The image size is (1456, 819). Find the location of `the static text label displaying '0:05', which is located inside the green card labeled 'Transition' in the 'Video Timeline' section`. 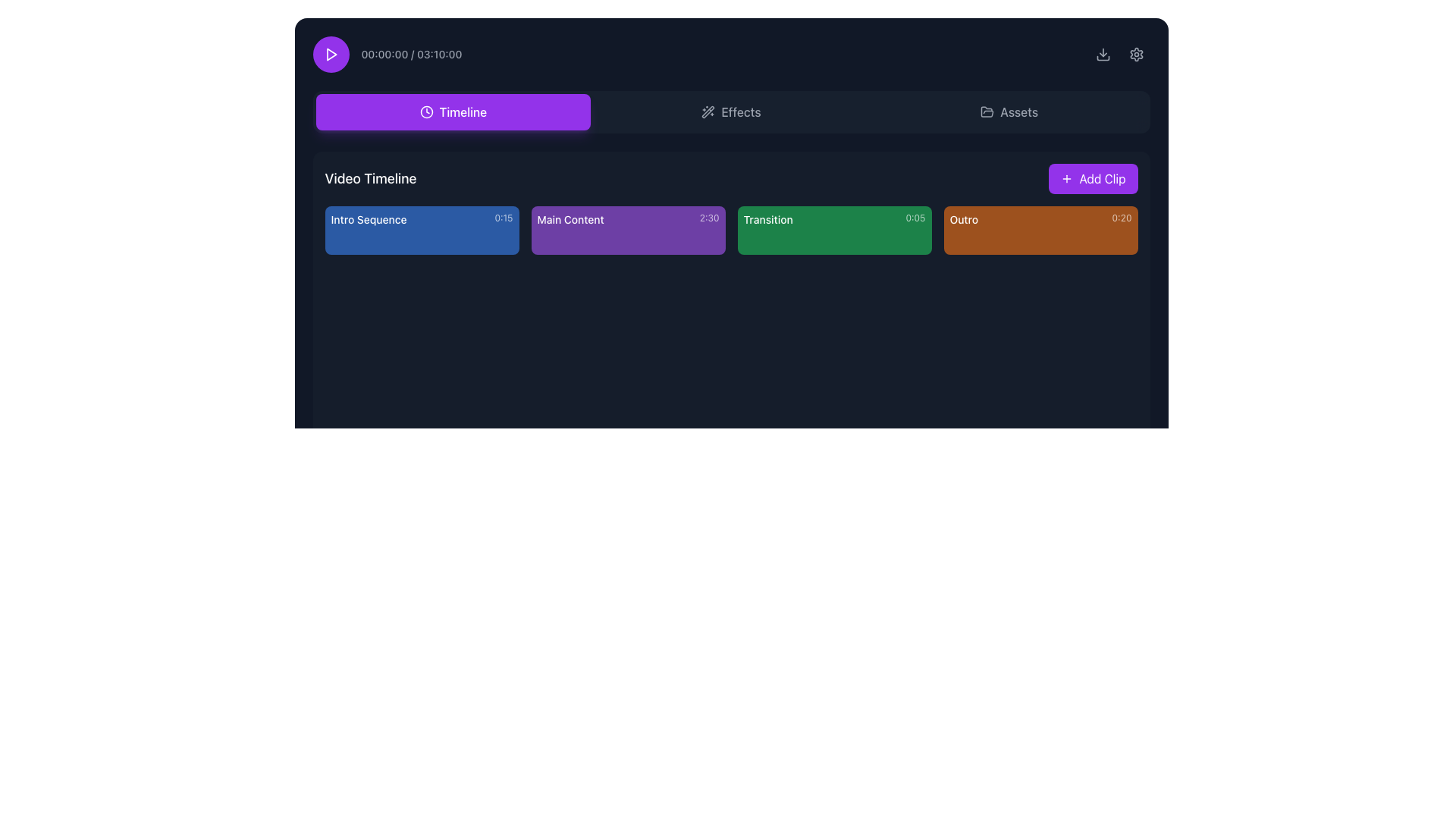

the static text label displaying '0:05', which is located inside the green card labeled 'Transition' in the 'Video Timeline' section is located at coordinates (915, 218).